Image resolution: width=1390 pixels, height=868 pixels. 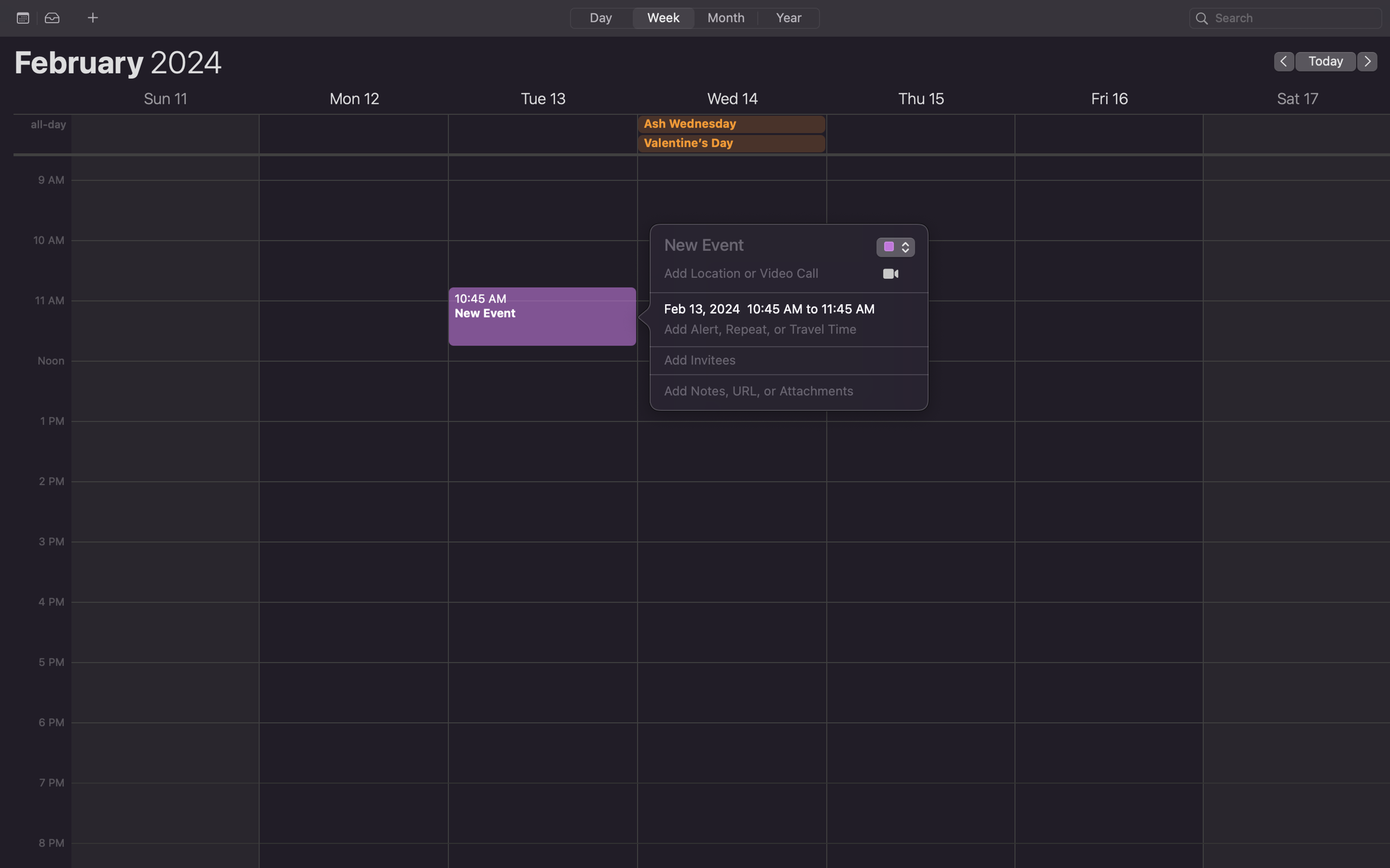 I want to click on up an event called "Meeting with Alex, so click(x=760, y=244).